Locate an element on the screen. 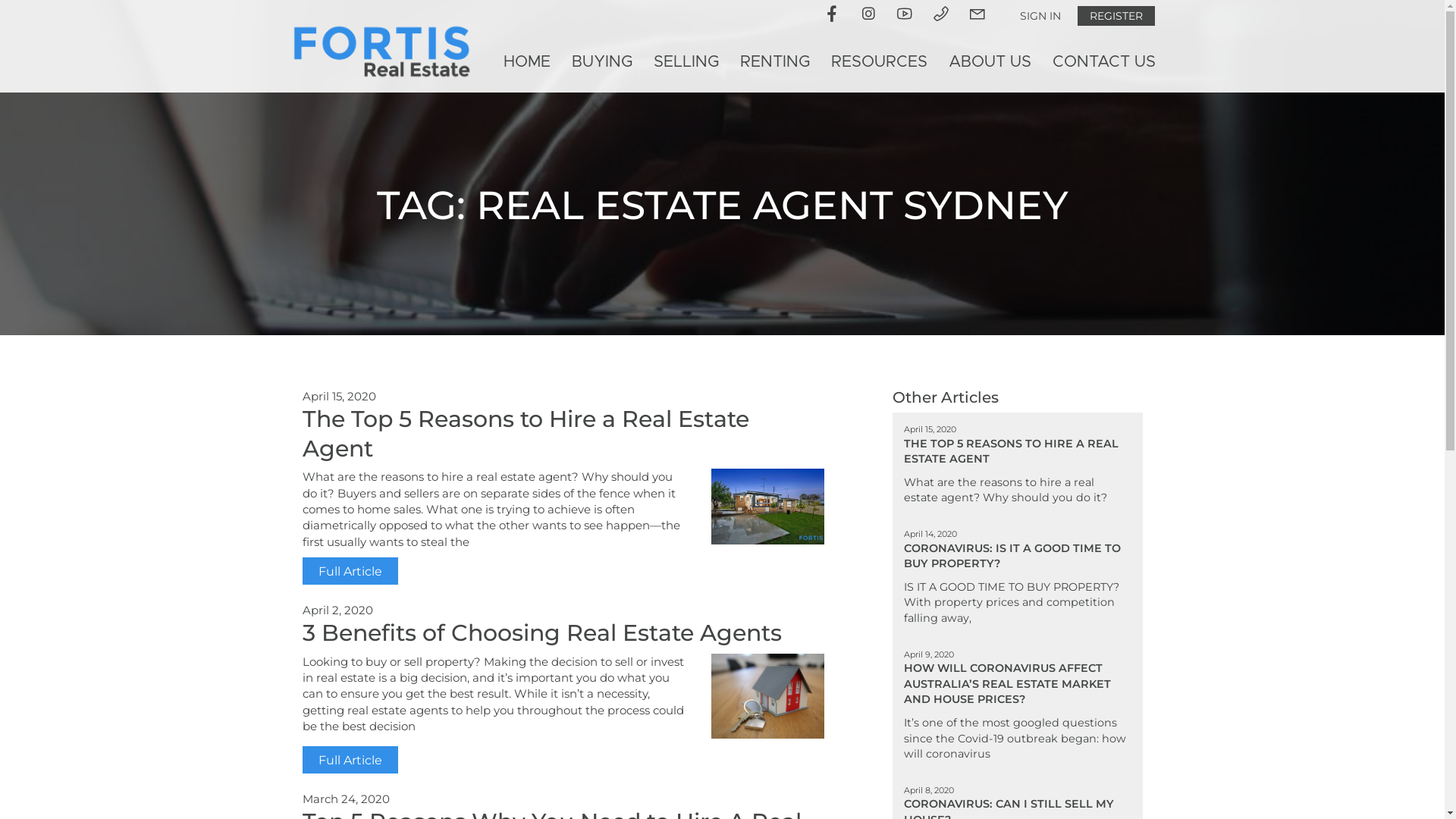 The height and width of the screenshot is (819, 1456). 'ABOUT US' is located at coordinates (989, 61).